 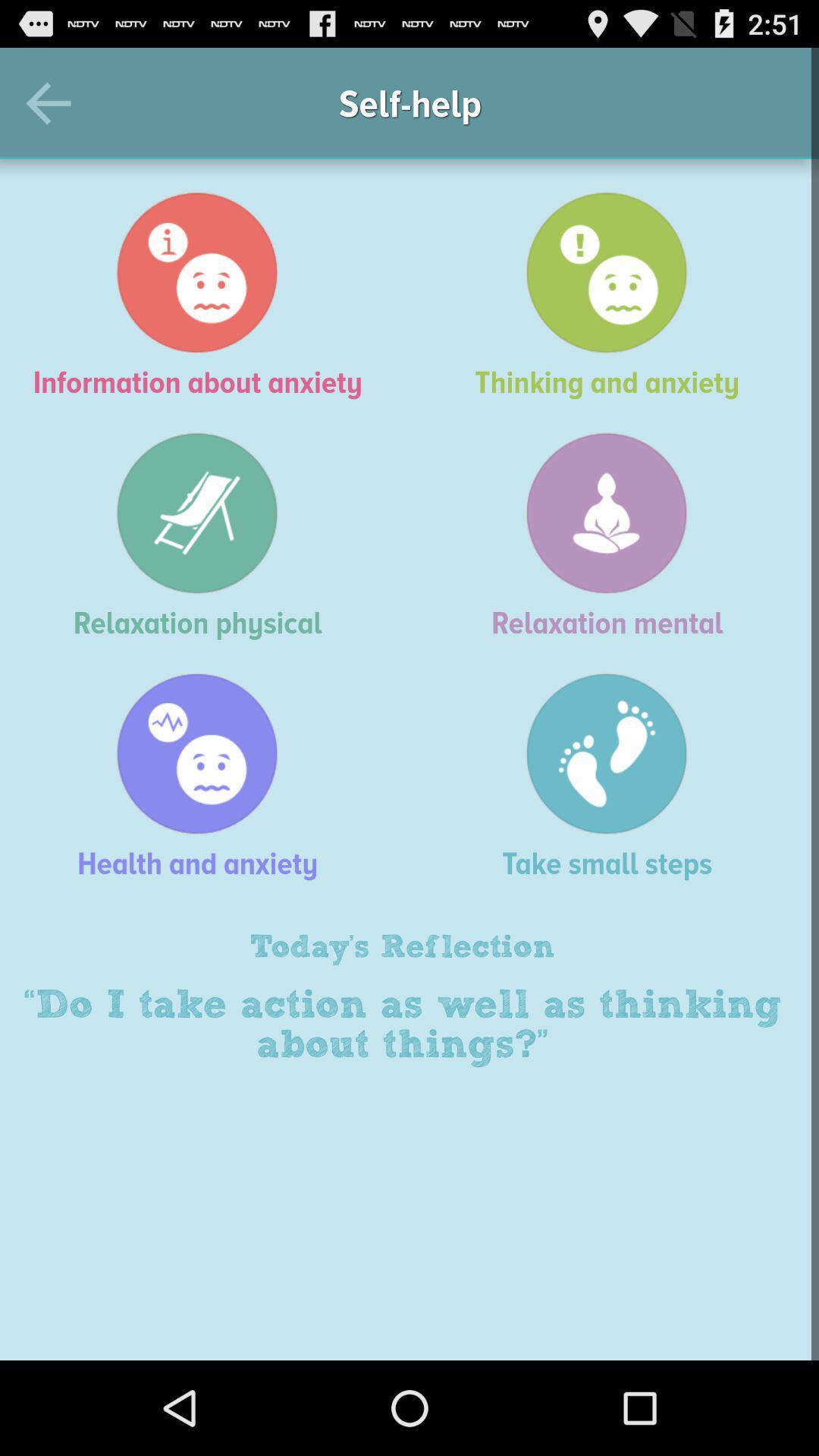 What do you see at coordinates (614, 777) in the screenshot?
I see `the icon next to the health and anxiety item` at bounding box center [614, 777].